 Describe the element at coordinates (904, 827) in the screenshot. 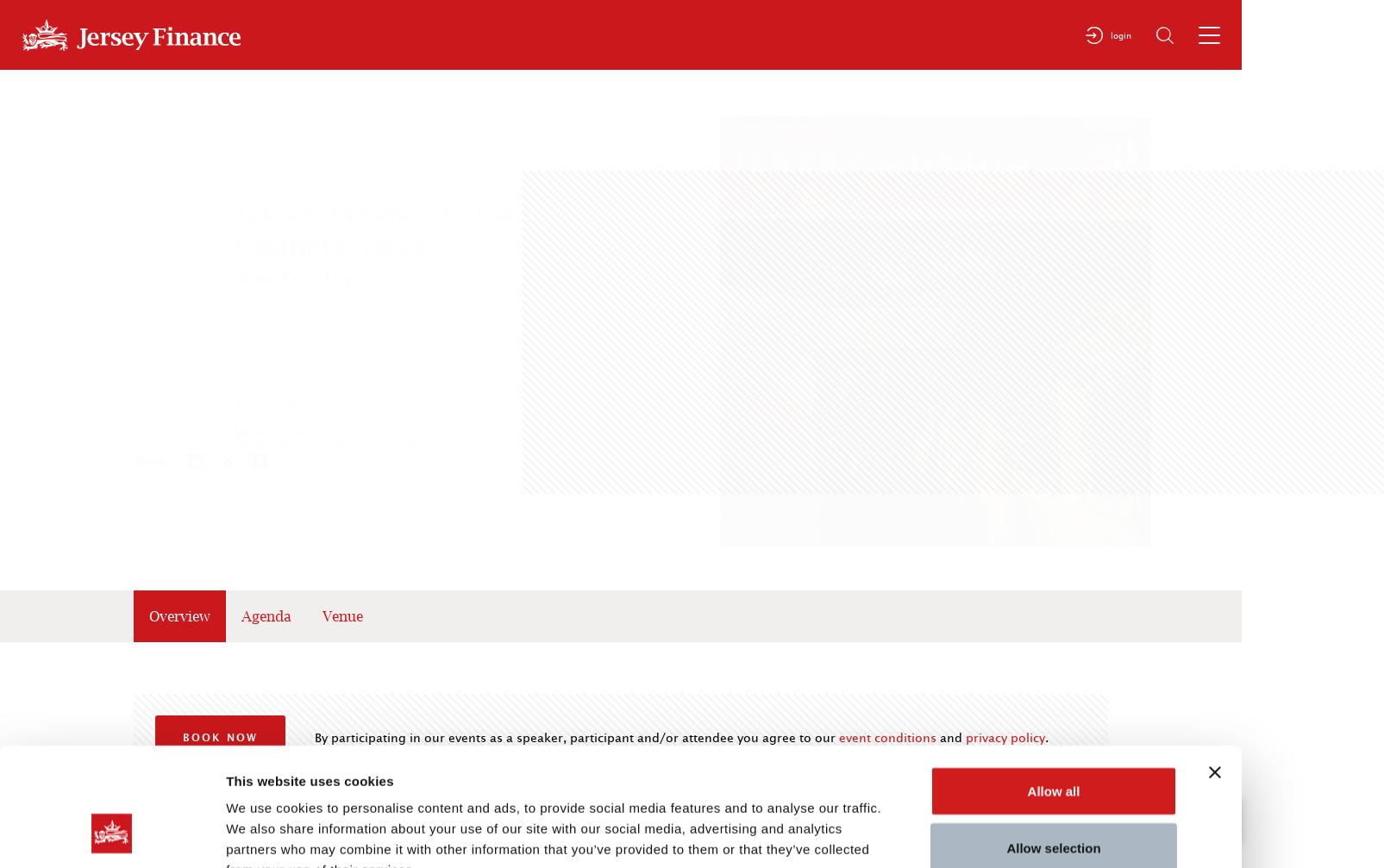

I see `'Show details'` at that location.